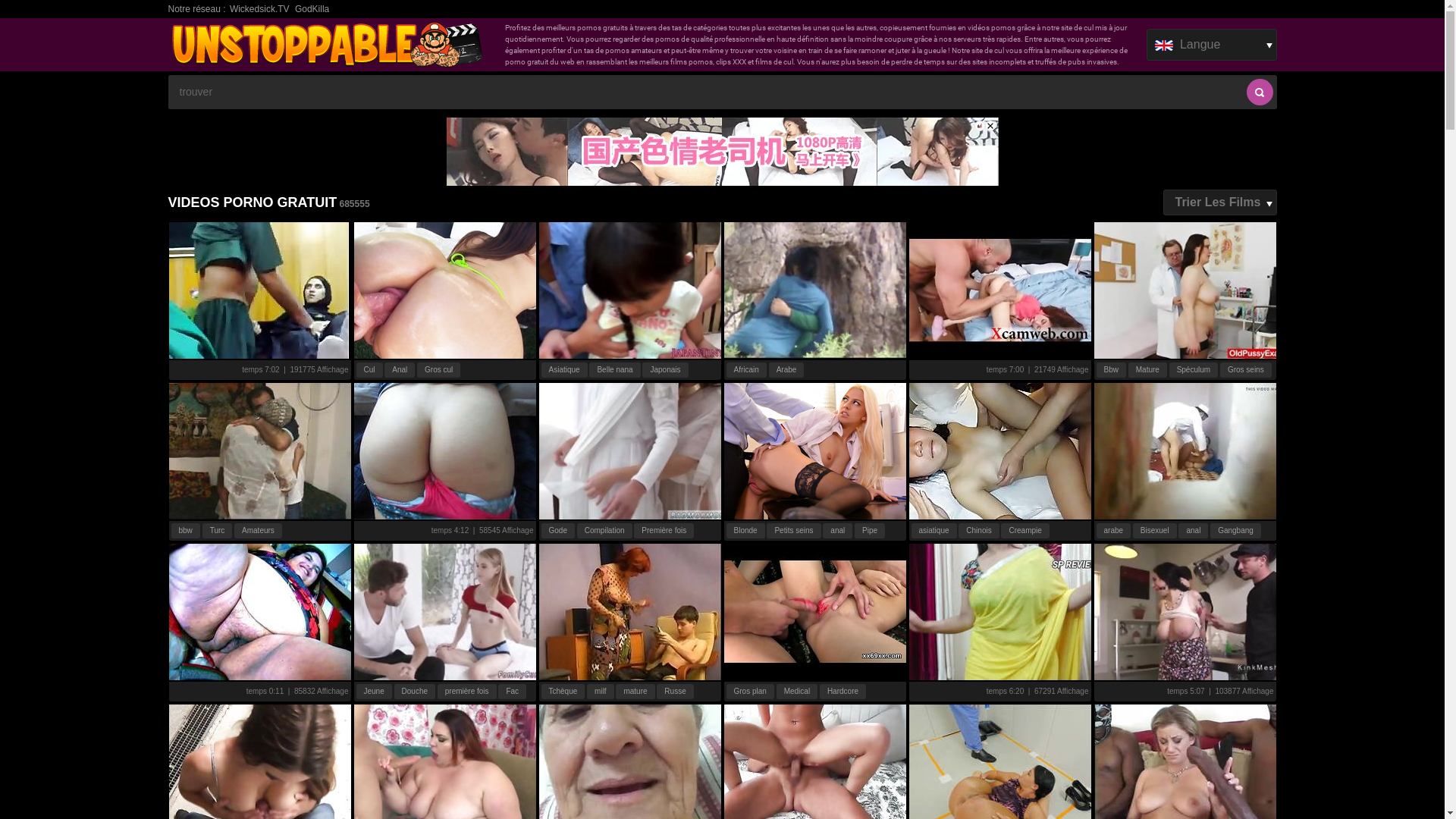  I want to click on 'Chinois', so click(978, 529).